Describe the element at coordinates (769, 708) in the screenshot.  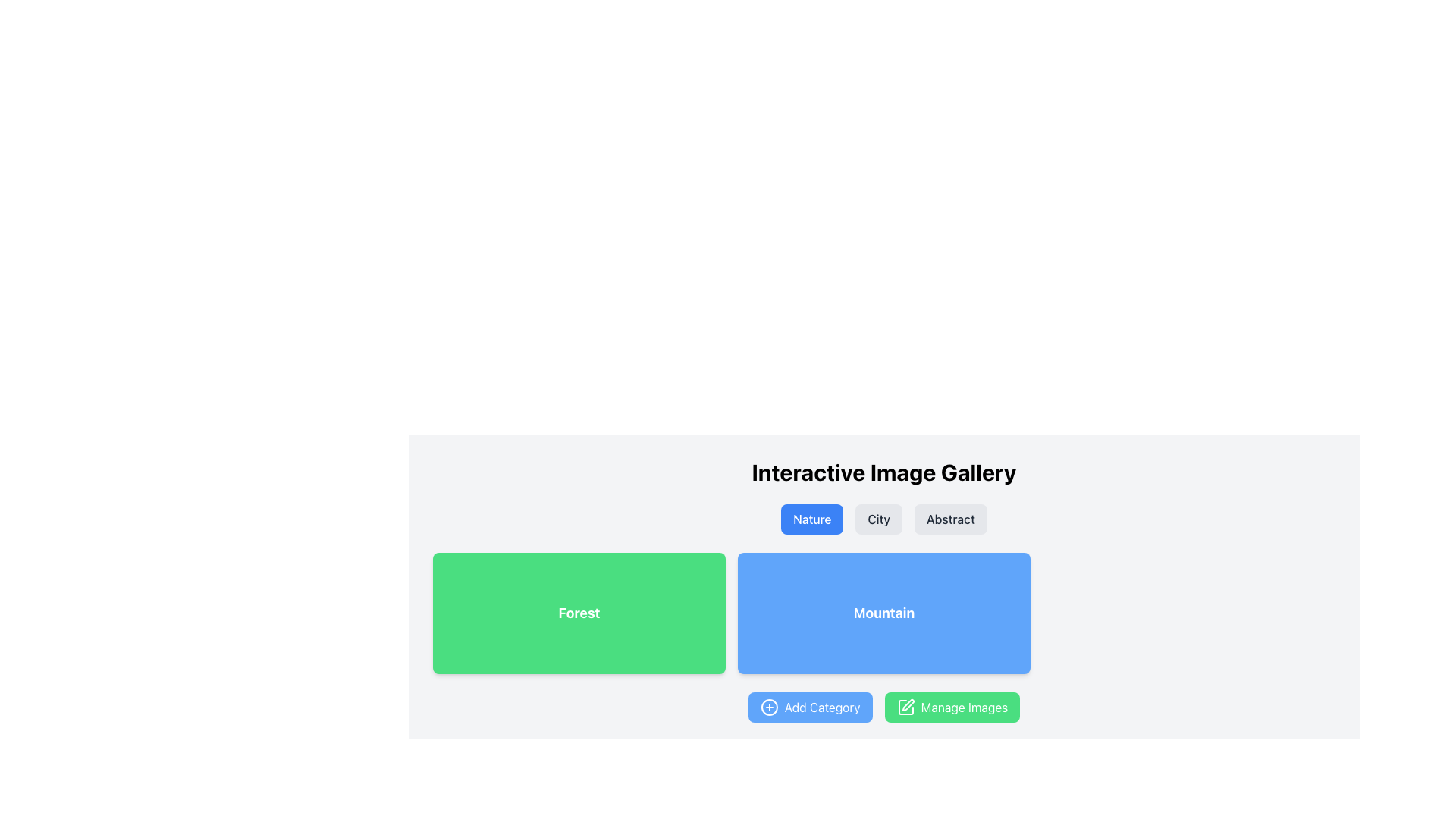
I see `the circle-plus icon on the left side of the blue 'Add Category' button to observe potential visual effects` at that location.